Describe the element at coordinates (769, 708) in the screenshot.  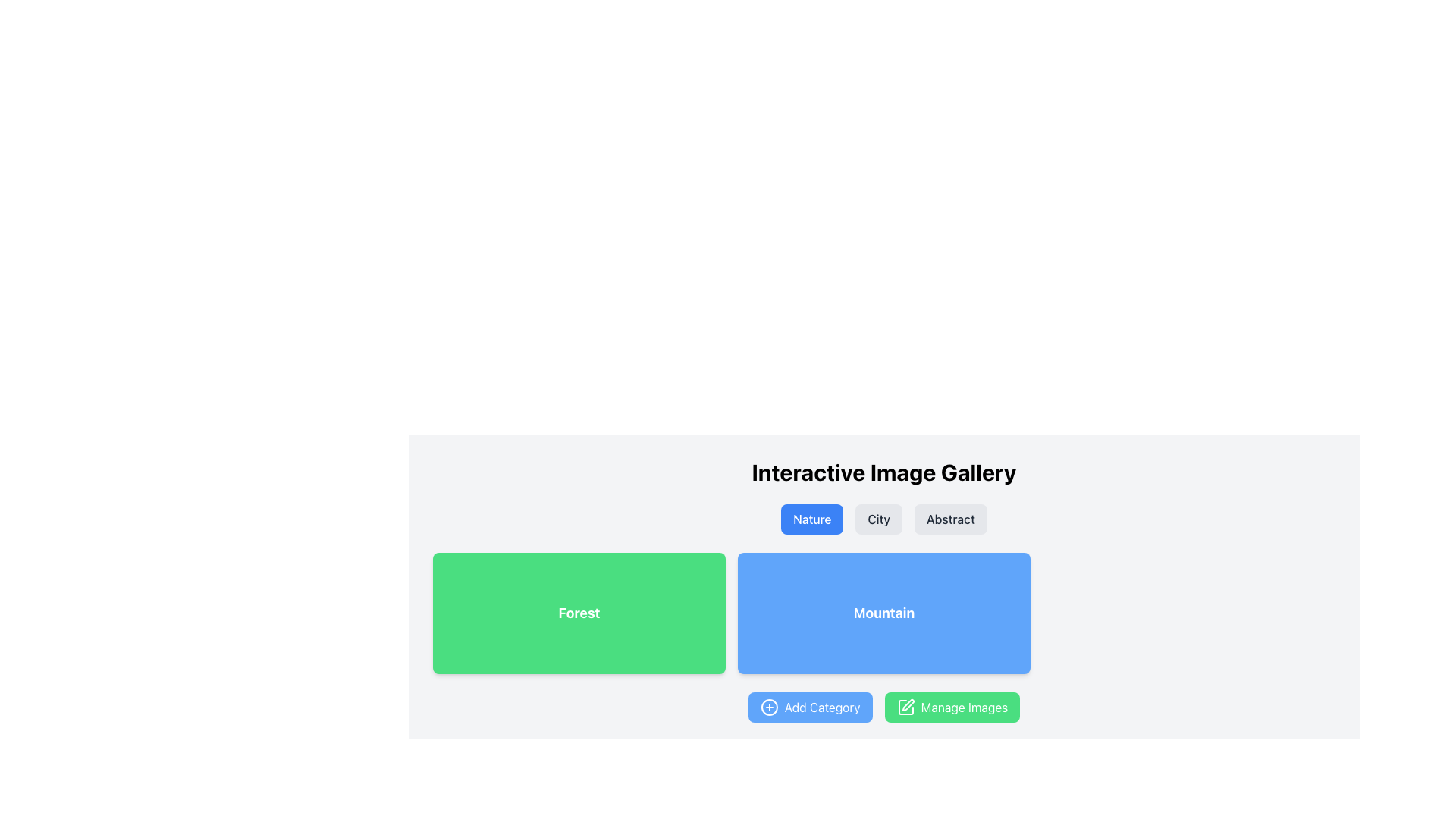
I see `the circle-plus icon on the left side of the blue 'Add Category' button to observe potential visual effects` at that location.